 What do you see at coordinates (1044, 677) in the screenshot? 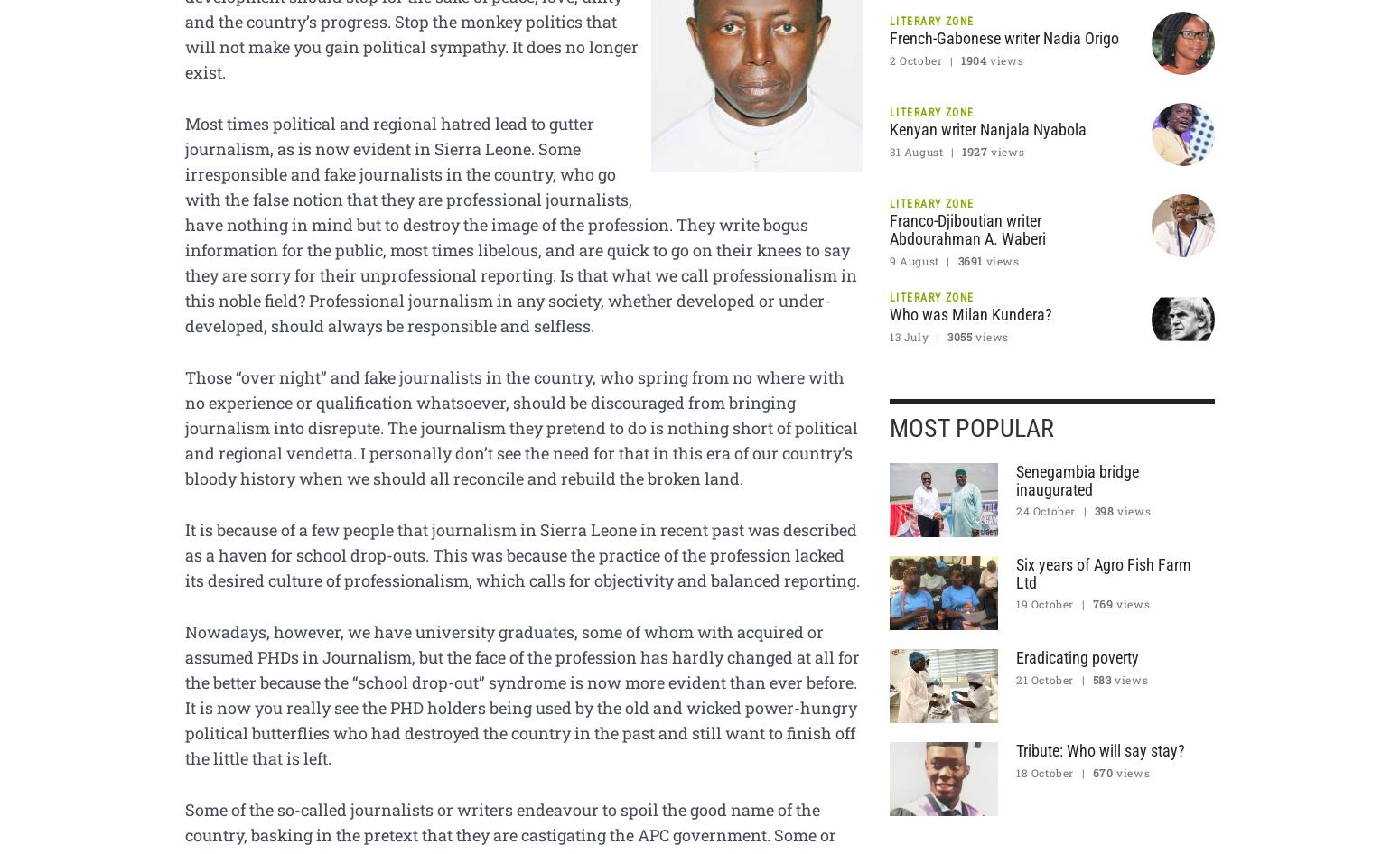
I see `'21 October'` at bounding box center [1044, 677].